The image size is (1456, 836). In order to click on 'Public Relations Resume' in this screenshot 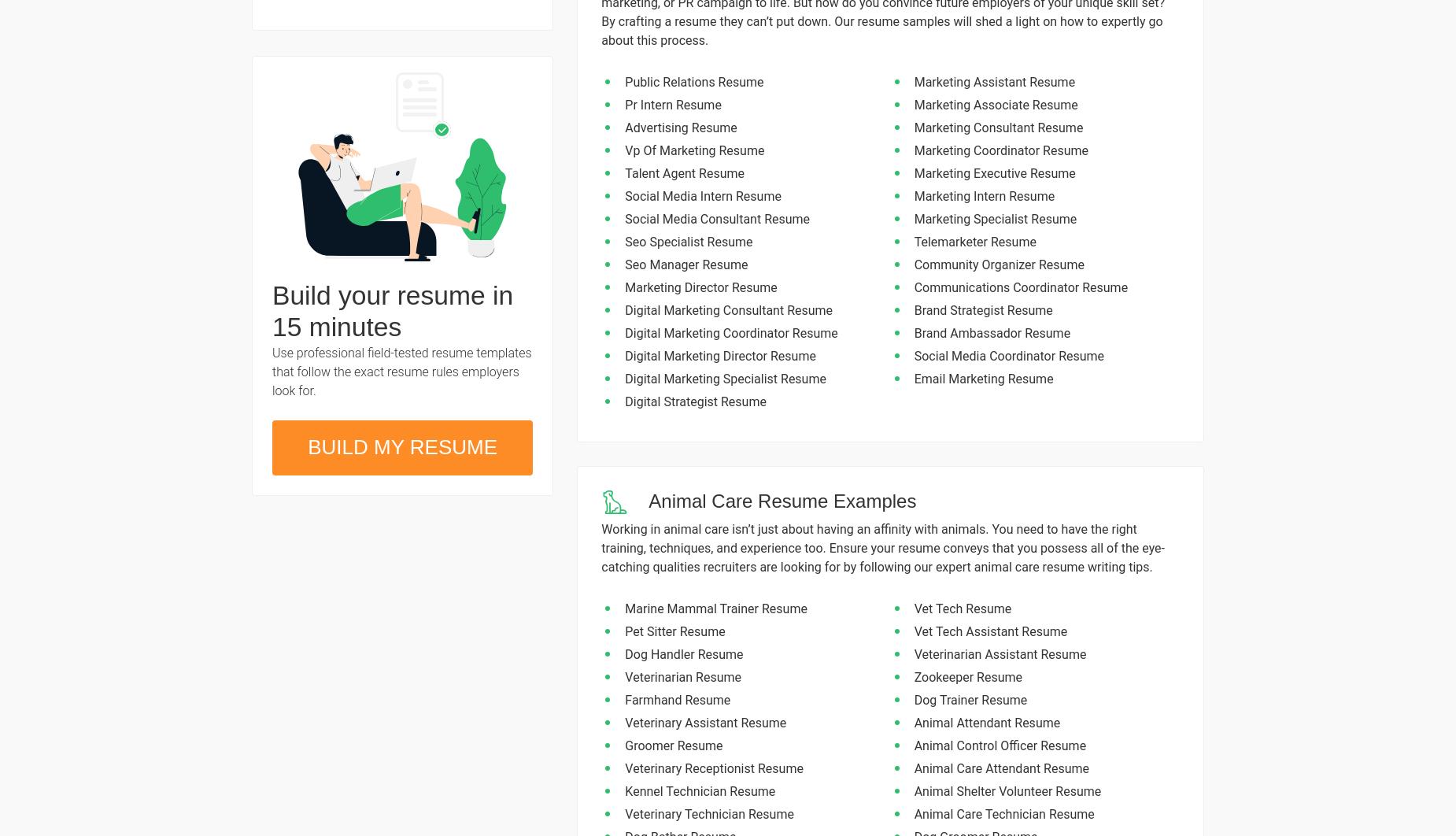, I will do `click(694, 82)`.